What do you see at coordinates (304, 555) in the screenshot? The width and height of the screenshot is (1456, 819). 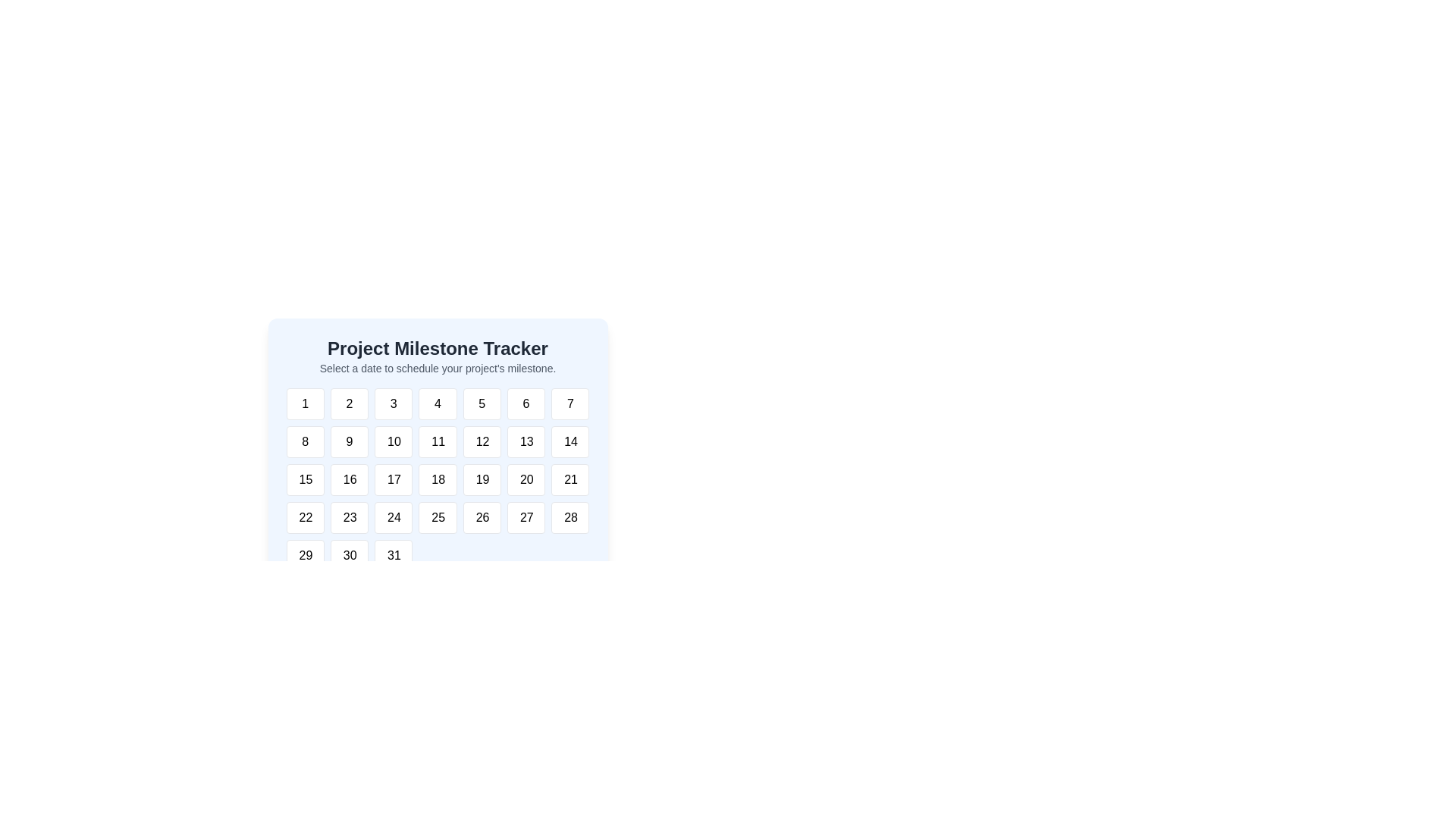 I see `the date selection button for the date 29 in the calendar interface, located in the sixth row and first column under 'Project Milestone Tracker'` at bounding box center [304, 555].